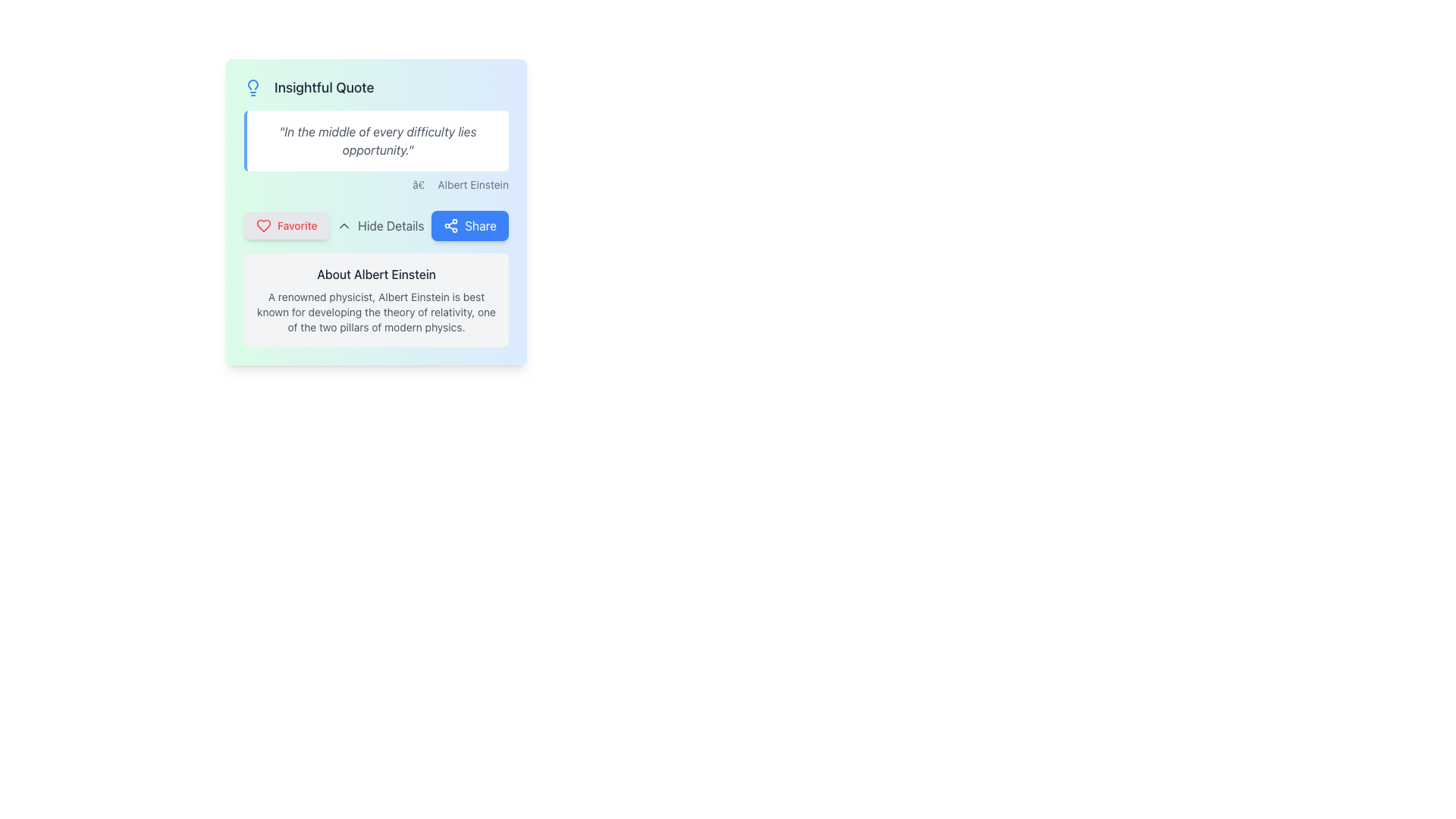 This screenshot has height=819, width=1456. What do you see at coordinates (344, 225) in the screenshot?
I see `the Chevron Arrow icon located to the left of the 'Hide Details' text` at bounding box center [344, 225].